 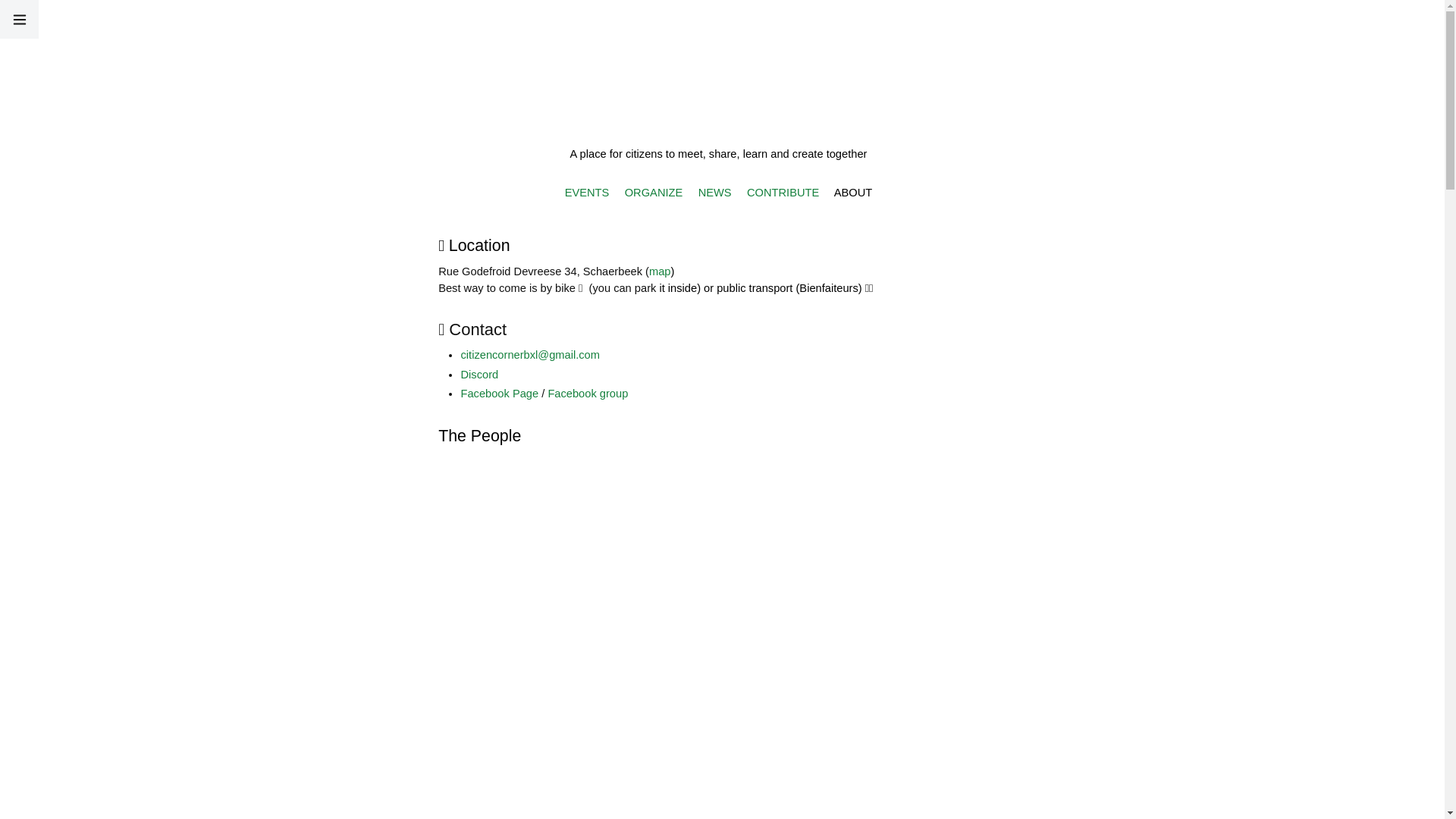 I want to click on 'citizencornerbxl@gmail.com', so click(x=529, y=354).